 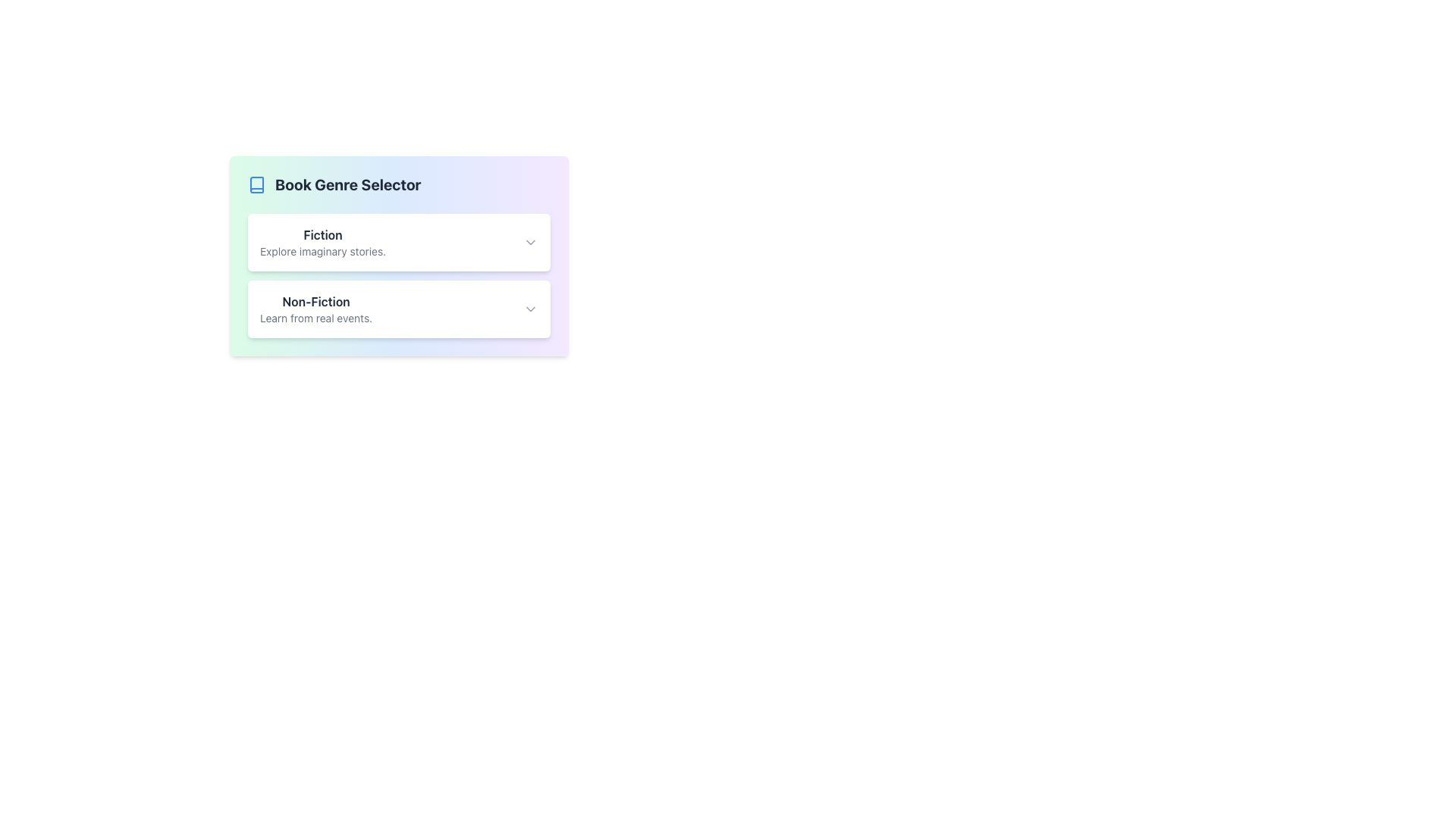 What do you see at coordinates (315, 309) in the screenshot?
I see `the 'Non-Fiction' text label, which features a bolded title and a subtitle, located in the 'Book Genre Selector' section under 'Fiction'` at bounding box center [315, 309].